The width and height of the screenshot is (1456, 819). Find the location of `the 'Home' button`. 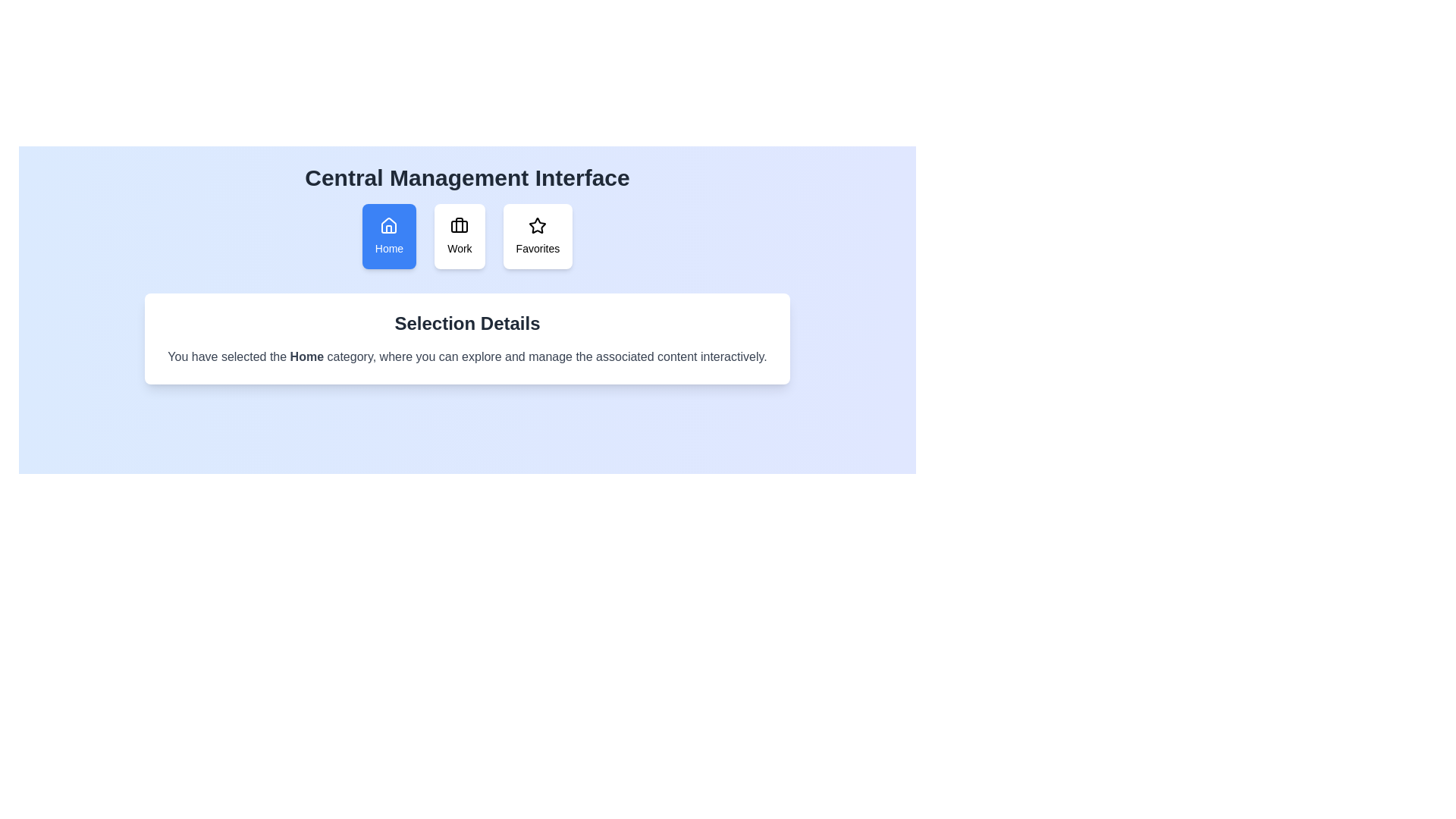

the 'Home' button is located at coordinates (389, 237).